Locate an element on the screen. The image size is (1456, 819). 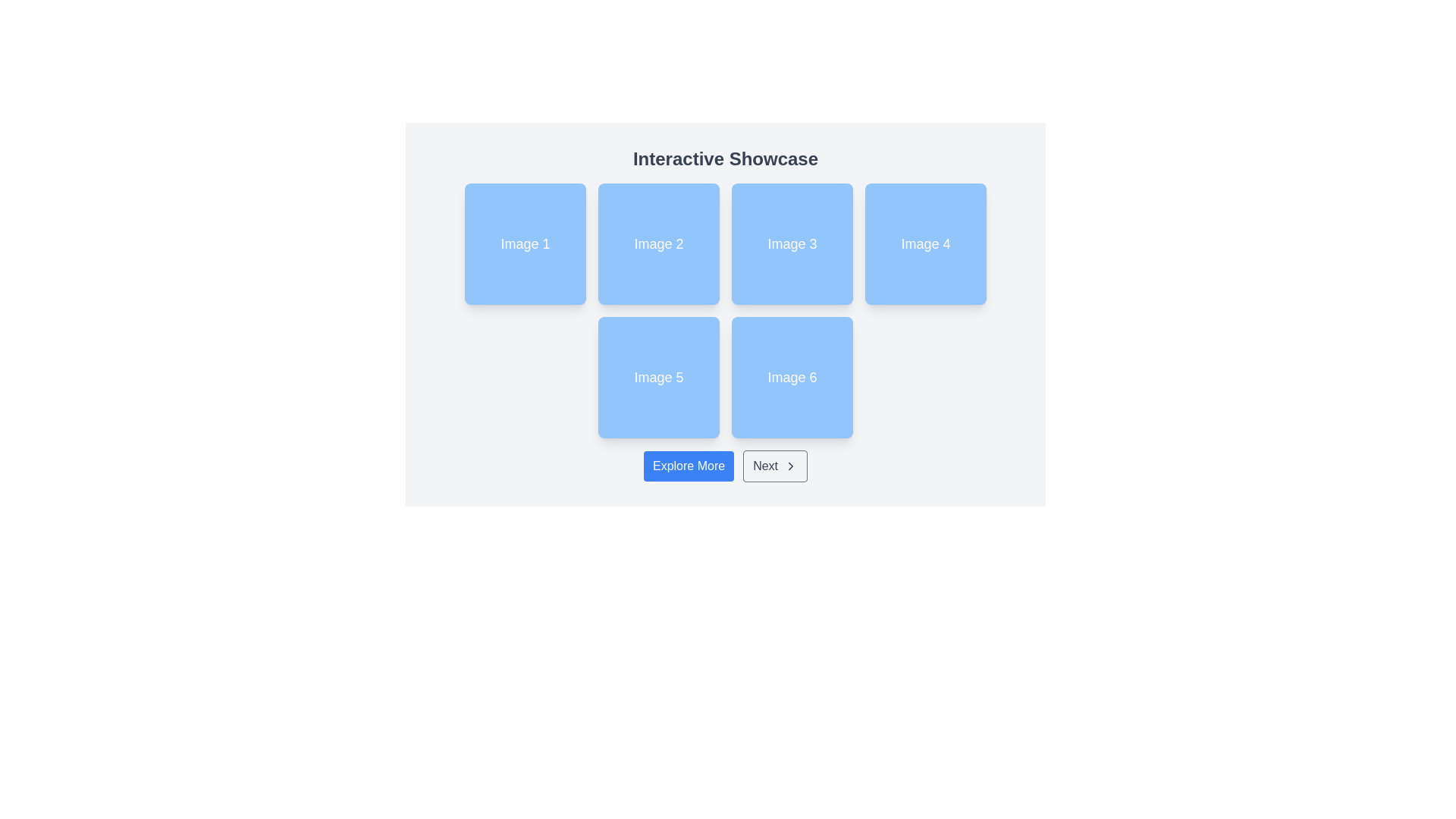
the light blue square static display card labeled 'Image 1' with rounded corners, located in the top-left corner of the grid layout is located at coordinates (525, 243).